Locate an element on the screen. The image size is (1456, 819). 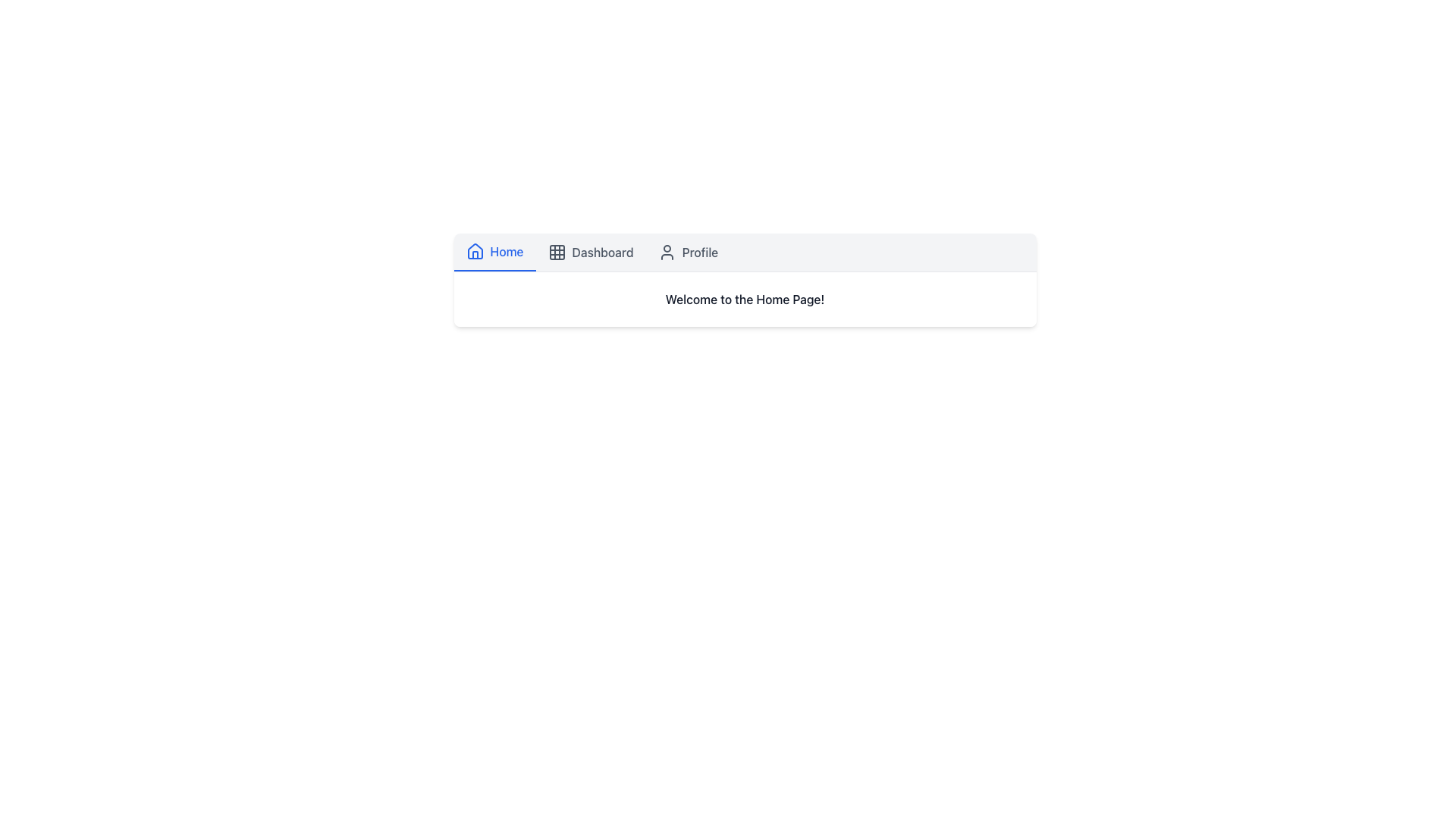
the profile icon in the navigation menu is located at coordinates (667, 251).